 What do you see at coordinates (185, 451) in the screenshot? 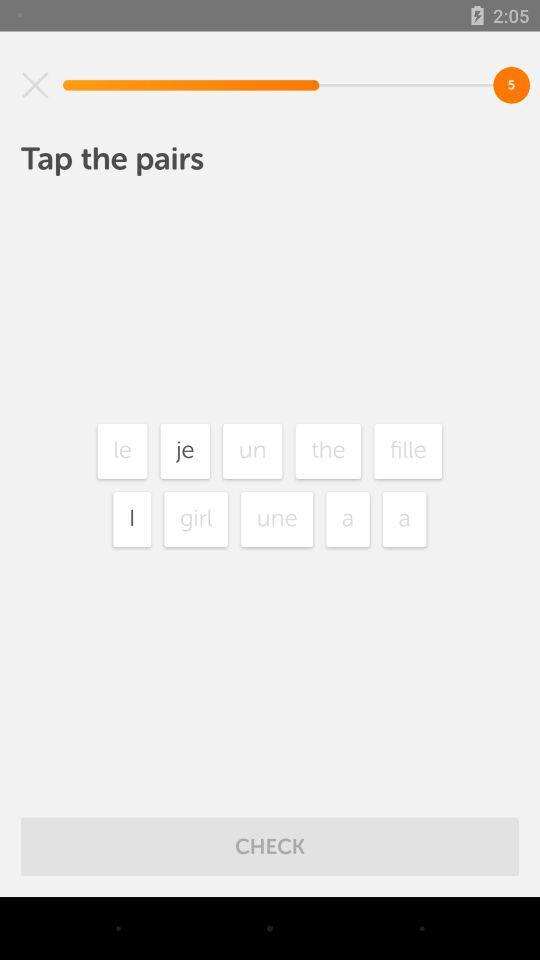
I see `icon to the left of the un icon` at bounding box center [185, 451].